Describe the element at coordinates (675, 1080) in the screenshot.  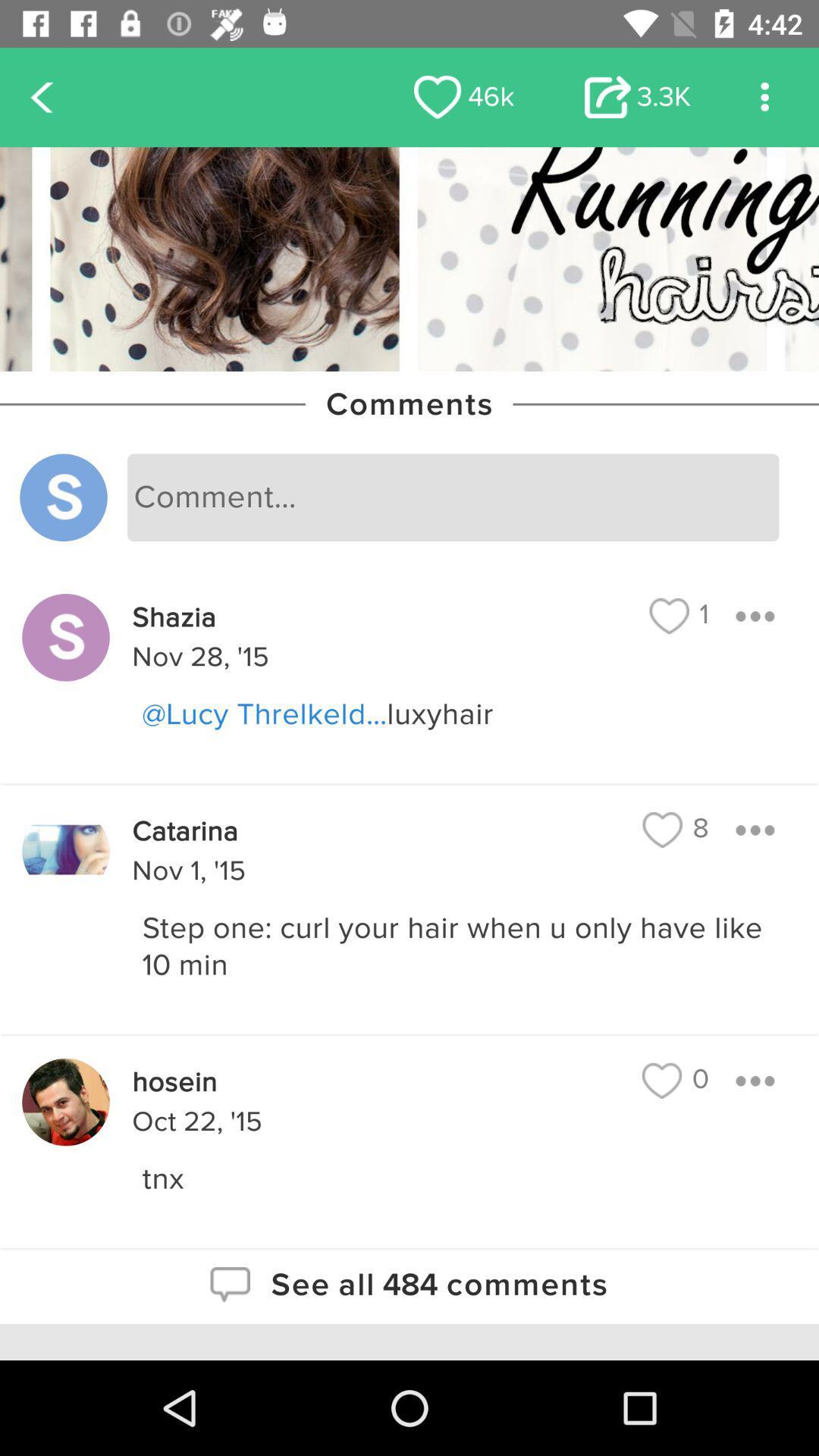
I see `icon above the tnx` at that location.